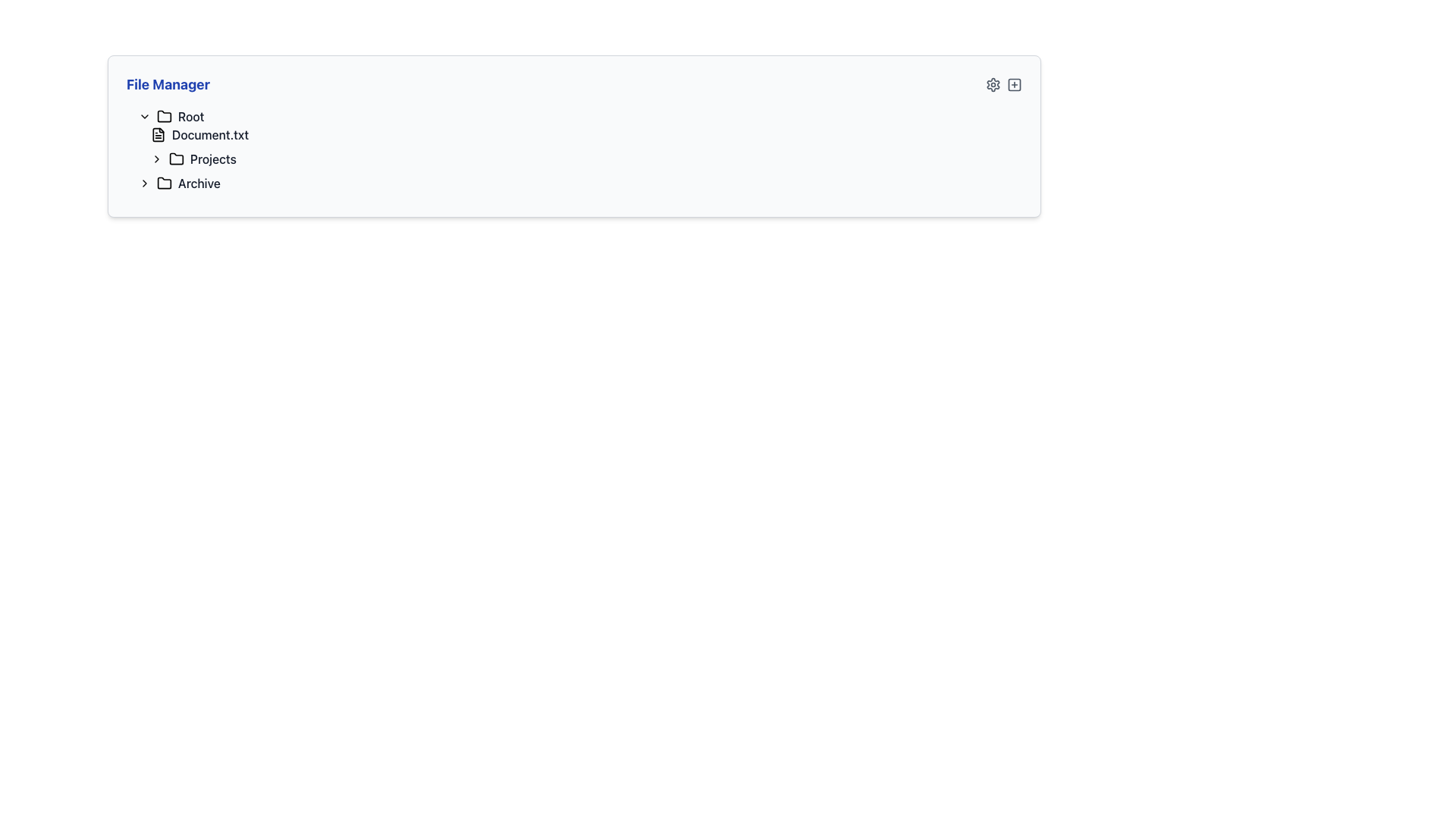 The height and width of the screenshot is (819, 1456). What do you see at coordinates (164, 183) in the screenshot?
I see `the folder icon located to the left of the 'Archive' text` at bounding box center [164, 183].